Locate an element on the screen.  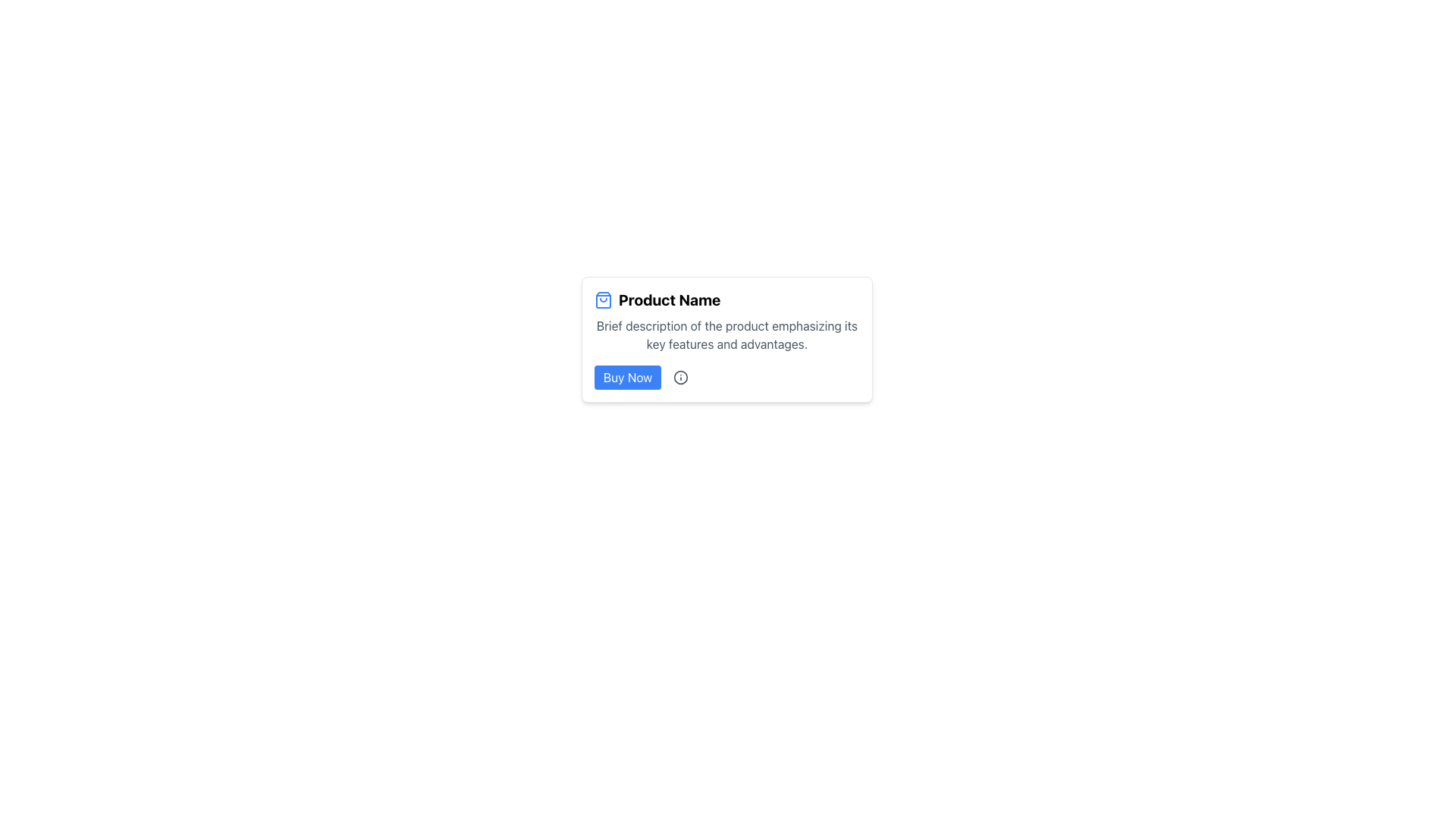
the Text Description element located below the 'Product Name' title and above the 'Buy Now' button is located at coordinates (726, 334).